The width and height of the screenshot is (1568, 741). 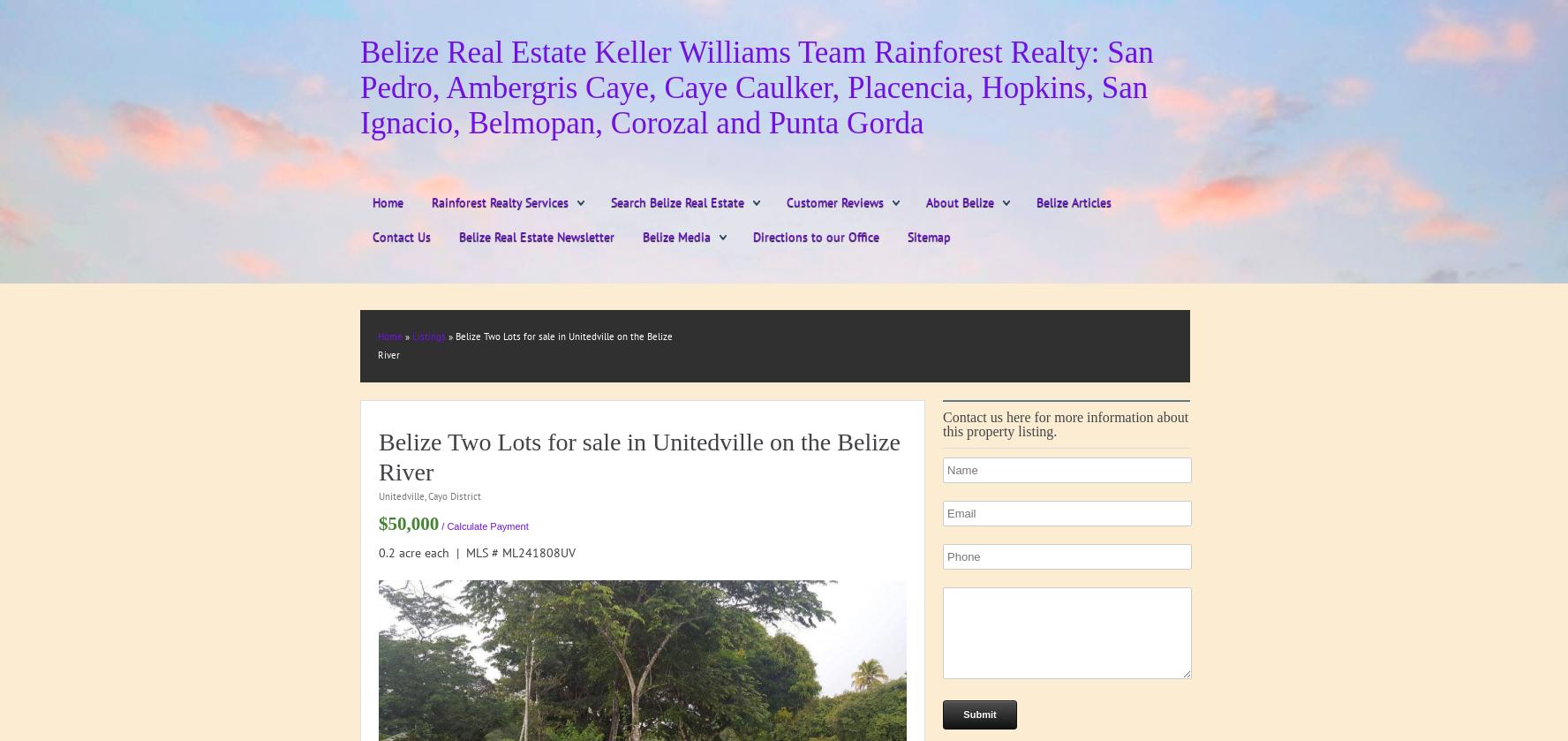 What do you see at coordinates (1064, 423) in the screenshot?
I see `'Contact us here for more information about this property listing.'` at bounding box center [1064, 423].